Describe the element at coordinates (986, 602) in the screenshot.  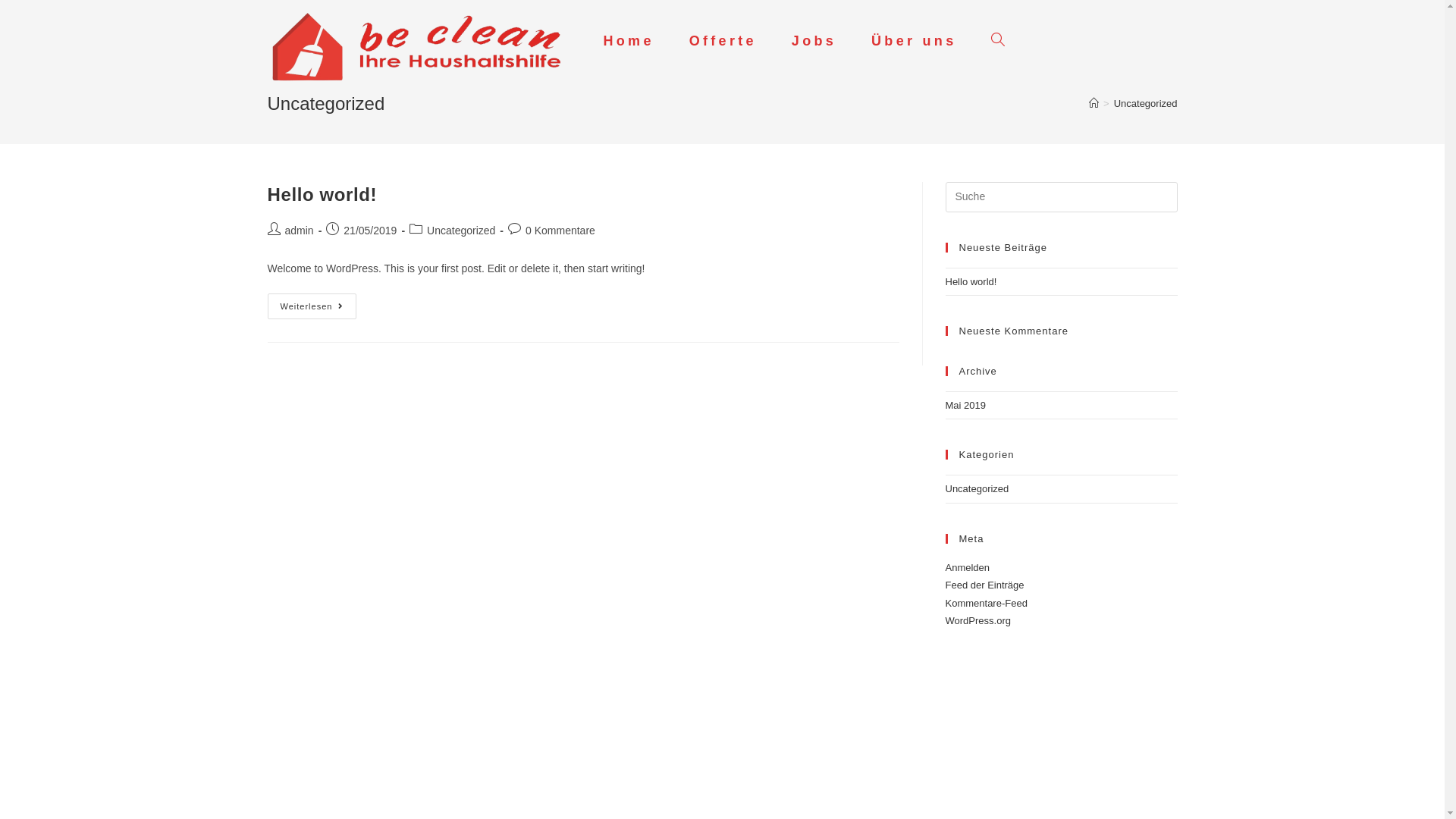
I see `'Kommentare-Feed'` at that location.